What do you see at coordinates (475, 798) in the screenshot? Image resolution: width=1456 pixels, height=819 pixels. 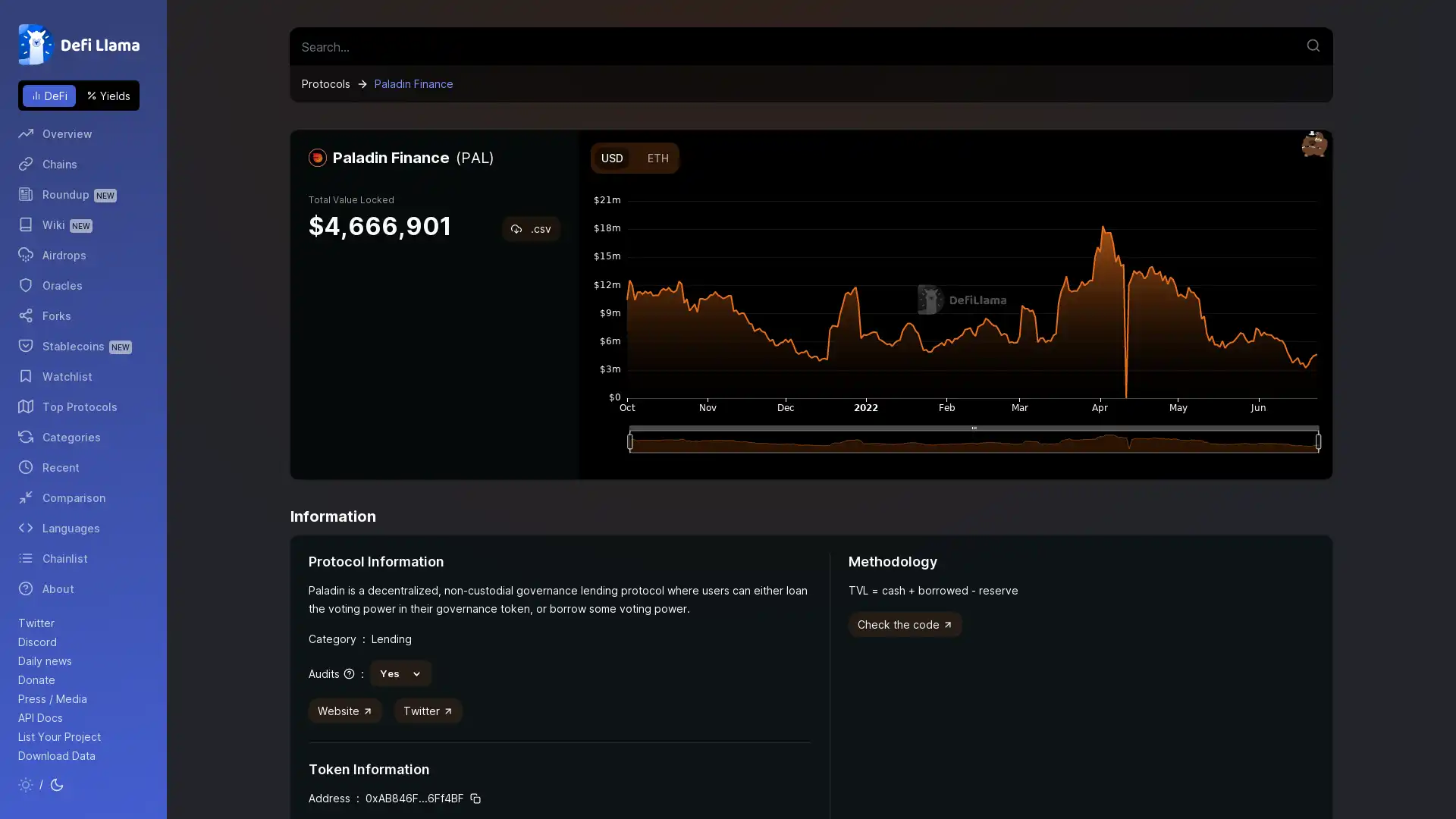 I see `Copy` at bounding box center [475, 798].